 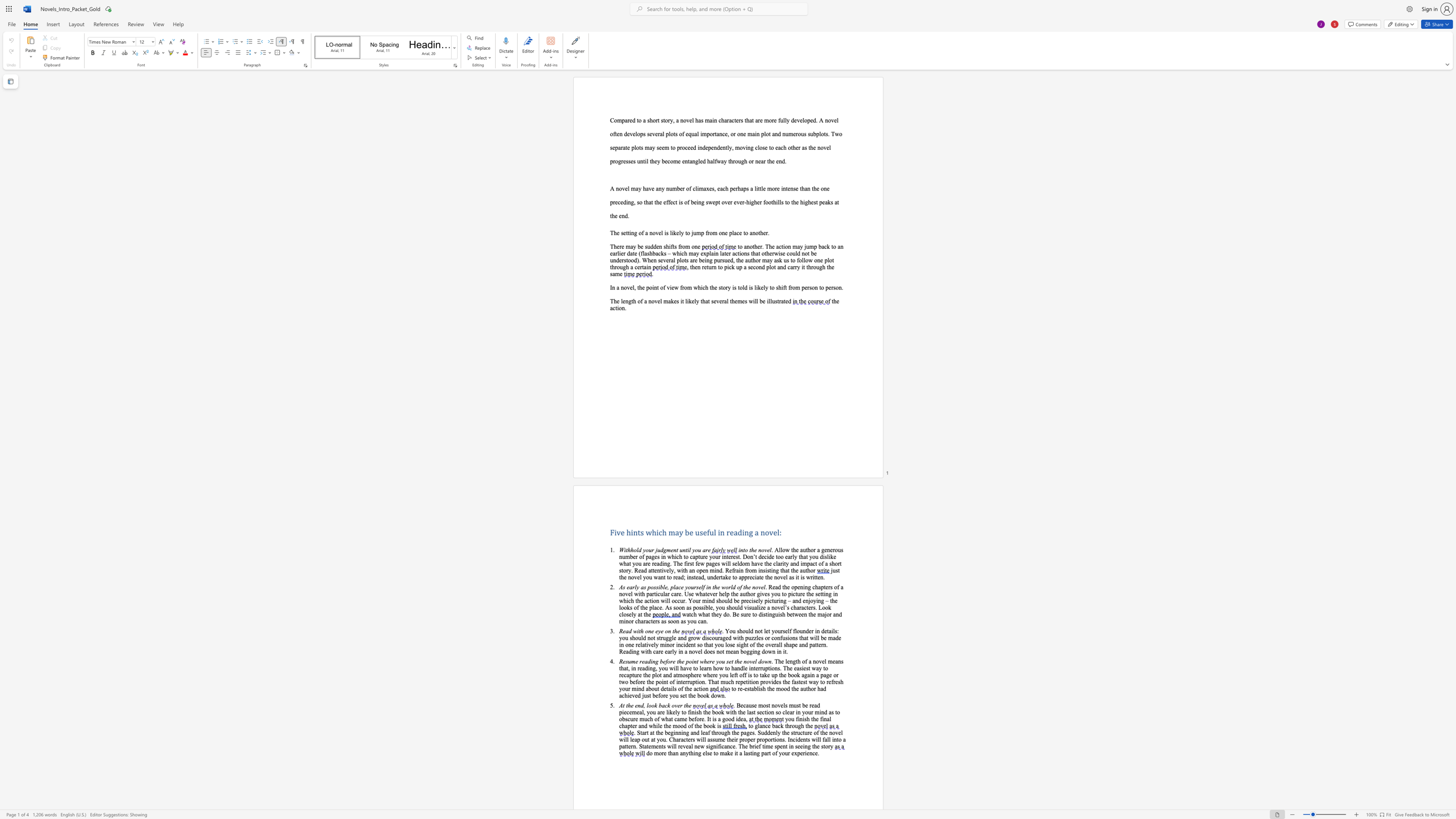 I want to click on the subset text "our mind abo" within the text "the fastest way to refresh your mind about details of the action", so click(x=622, y=688).